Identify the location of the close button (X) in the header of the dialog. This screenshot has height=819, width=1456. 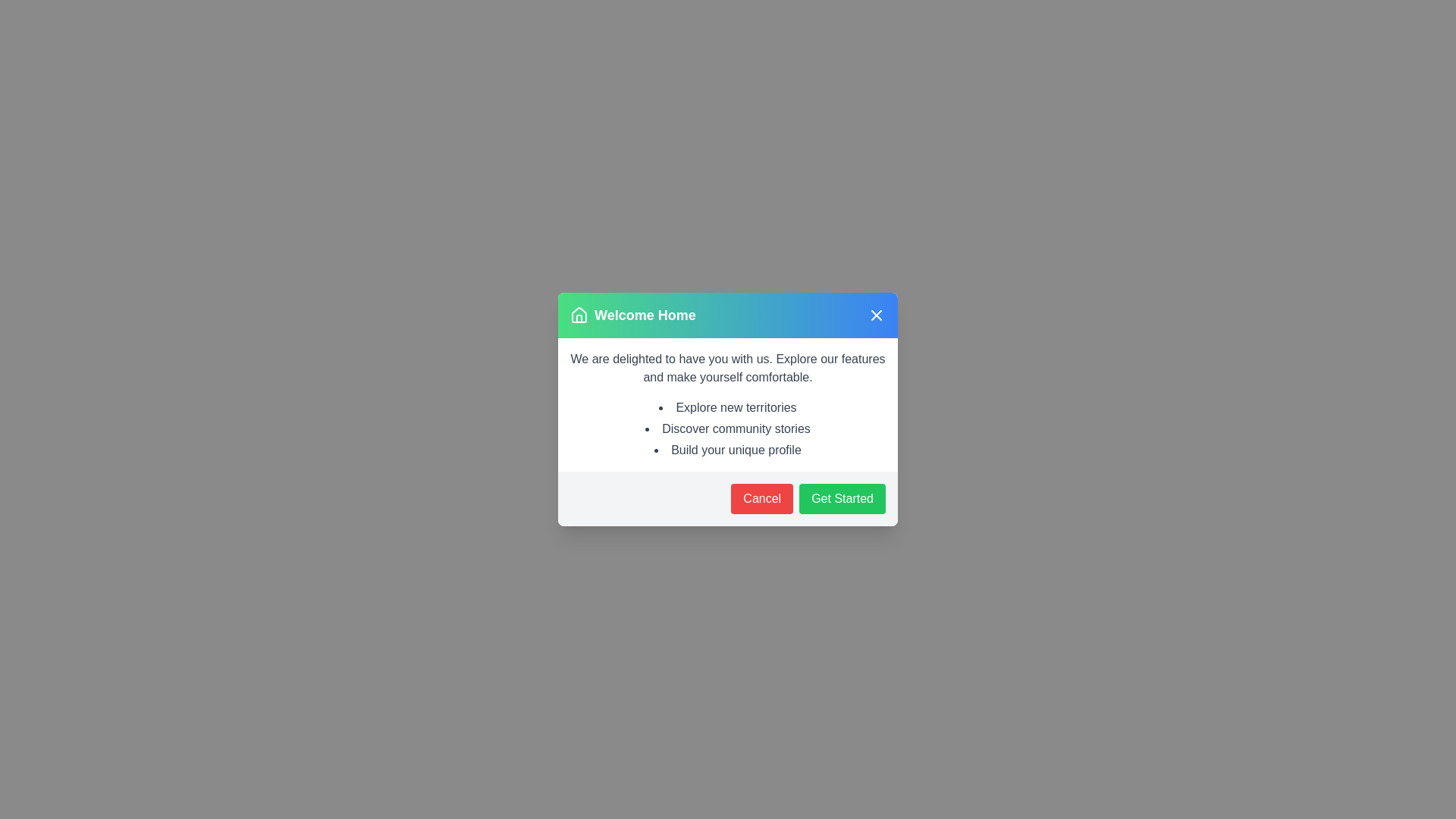
(877, 315).